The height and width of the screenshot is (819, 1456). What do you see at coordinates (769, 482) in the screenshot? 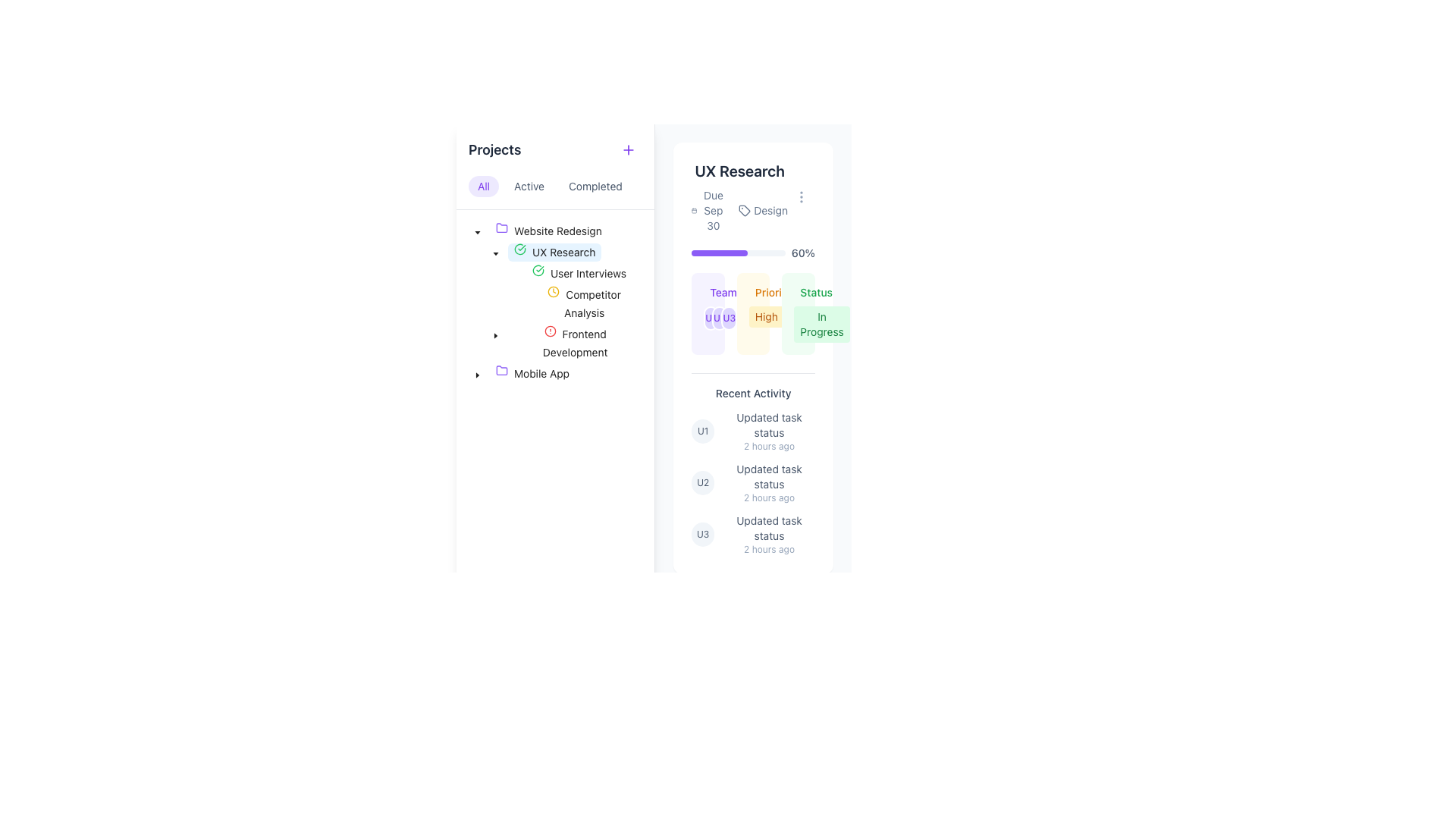
I see `the 'Updated task status' text entry with timestamp located in the 'Recent Activity' section of the 'UX Research' panel` at bounding box center [769, 482].